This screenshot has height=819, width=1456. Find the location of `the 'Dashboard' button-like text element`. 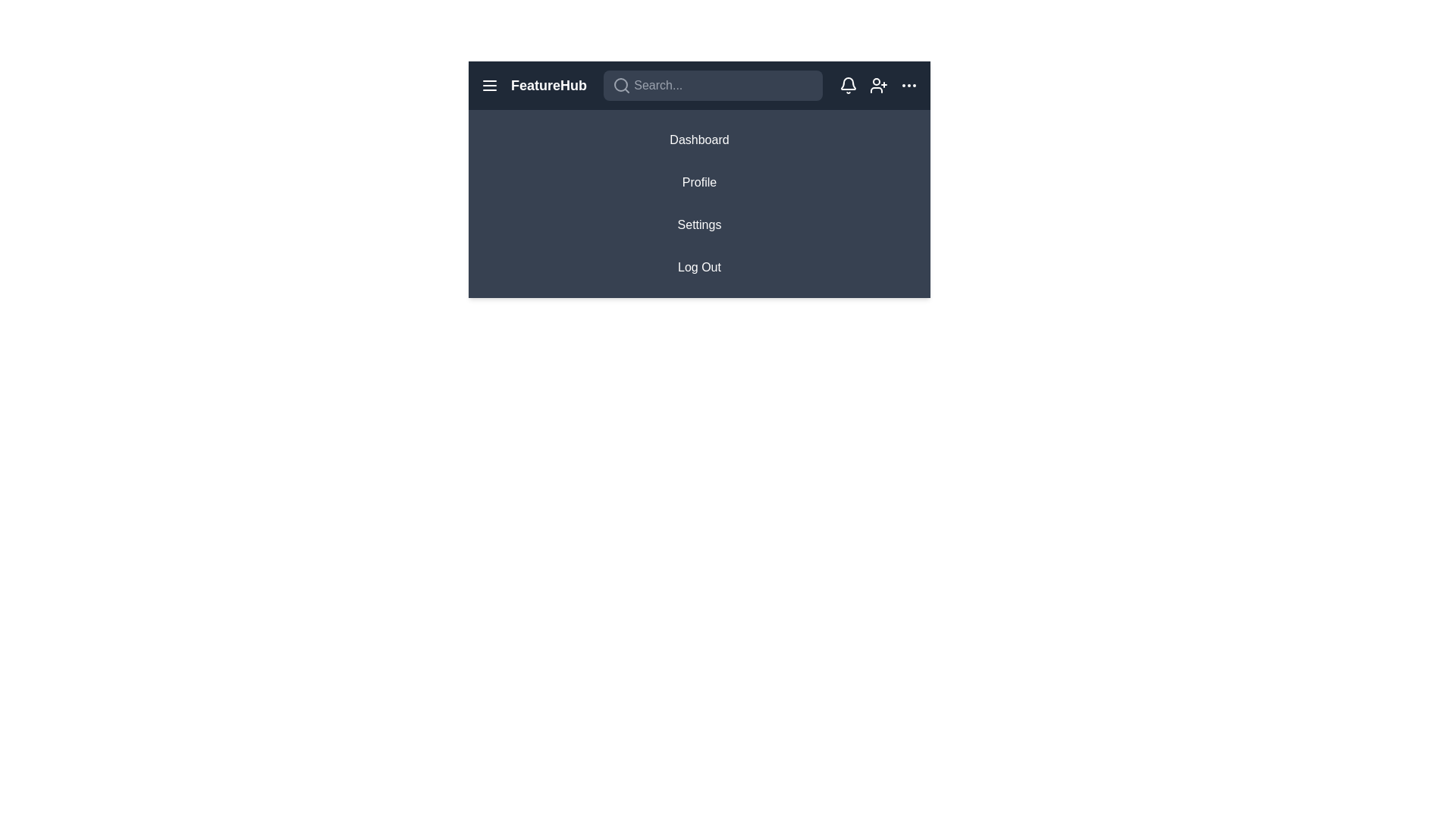

the 'Dashboard' button-like text element is located at coordinates (698, 140).